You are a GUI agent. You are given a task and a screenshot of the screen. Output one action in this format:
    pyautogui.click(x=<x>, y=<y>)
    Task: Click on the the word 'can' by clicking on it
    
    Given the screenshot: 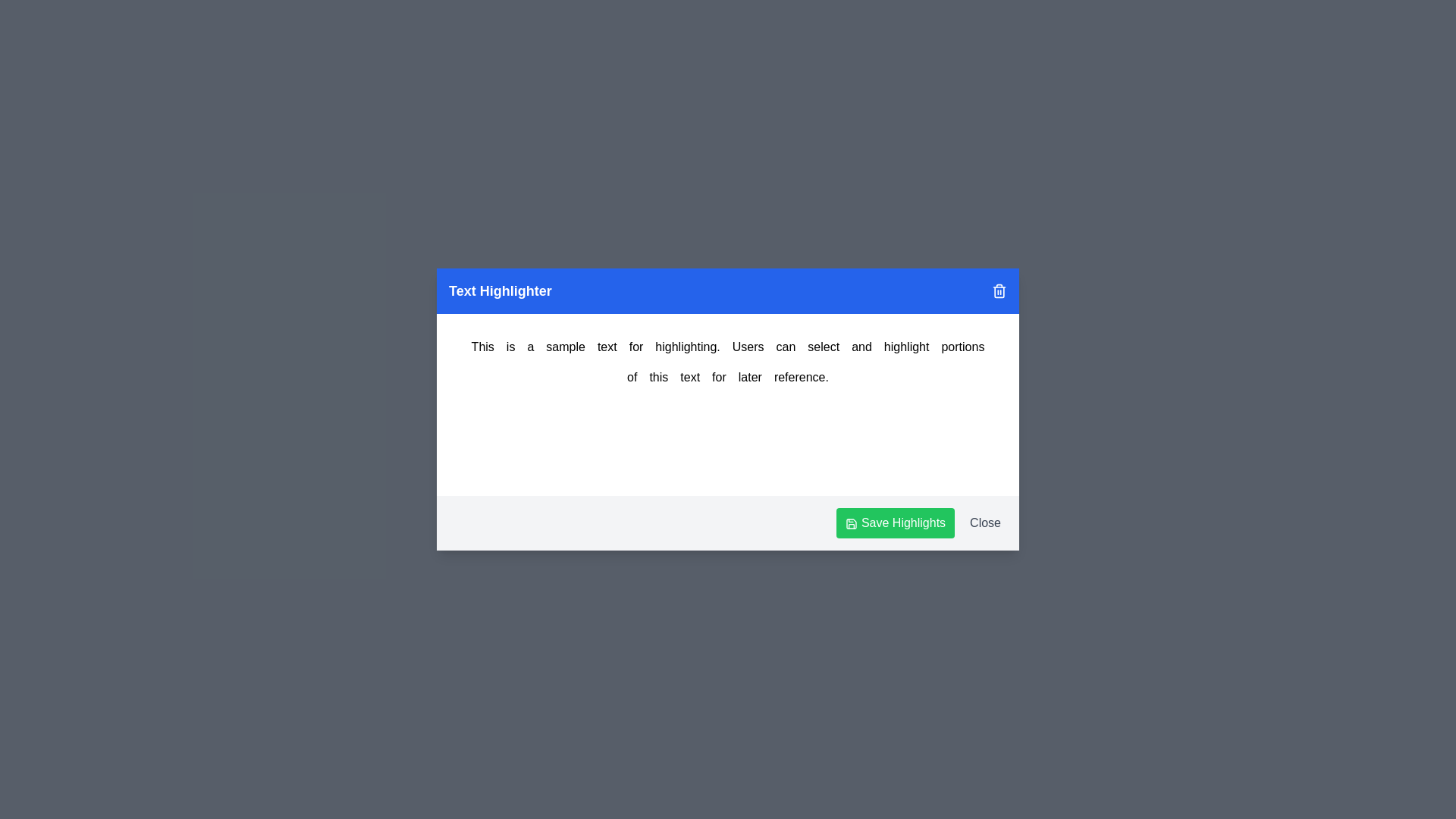 What is the action you would take?
    pyautogui.click(x=786, y=347)
    